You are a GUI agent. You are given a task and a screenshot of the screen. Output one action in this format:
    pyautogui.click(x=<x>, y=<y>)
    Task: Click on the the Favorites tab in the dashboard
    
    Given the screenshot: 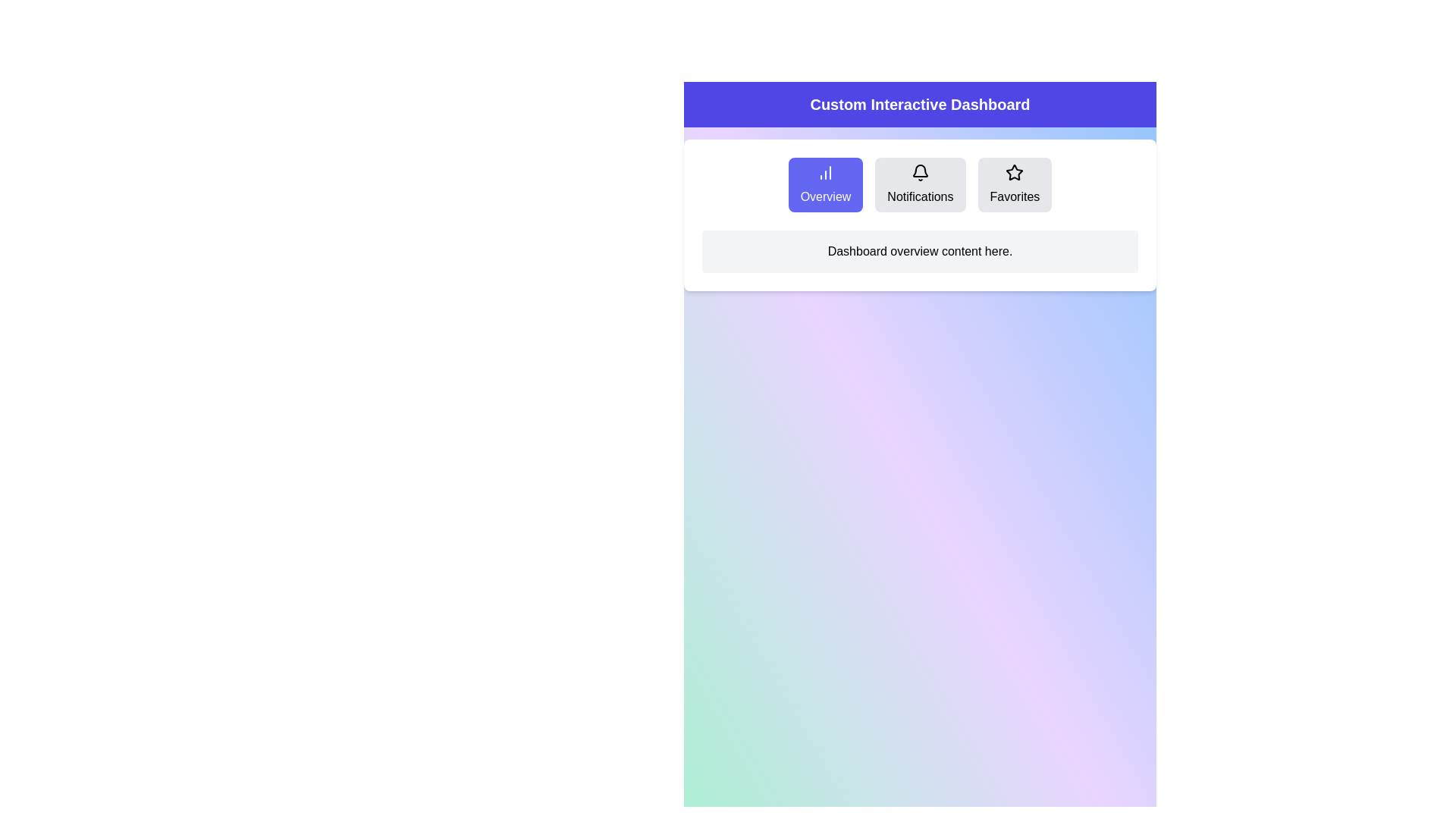 What is the action you would take?
    pyautogui.click(x=1015, y=184)
    